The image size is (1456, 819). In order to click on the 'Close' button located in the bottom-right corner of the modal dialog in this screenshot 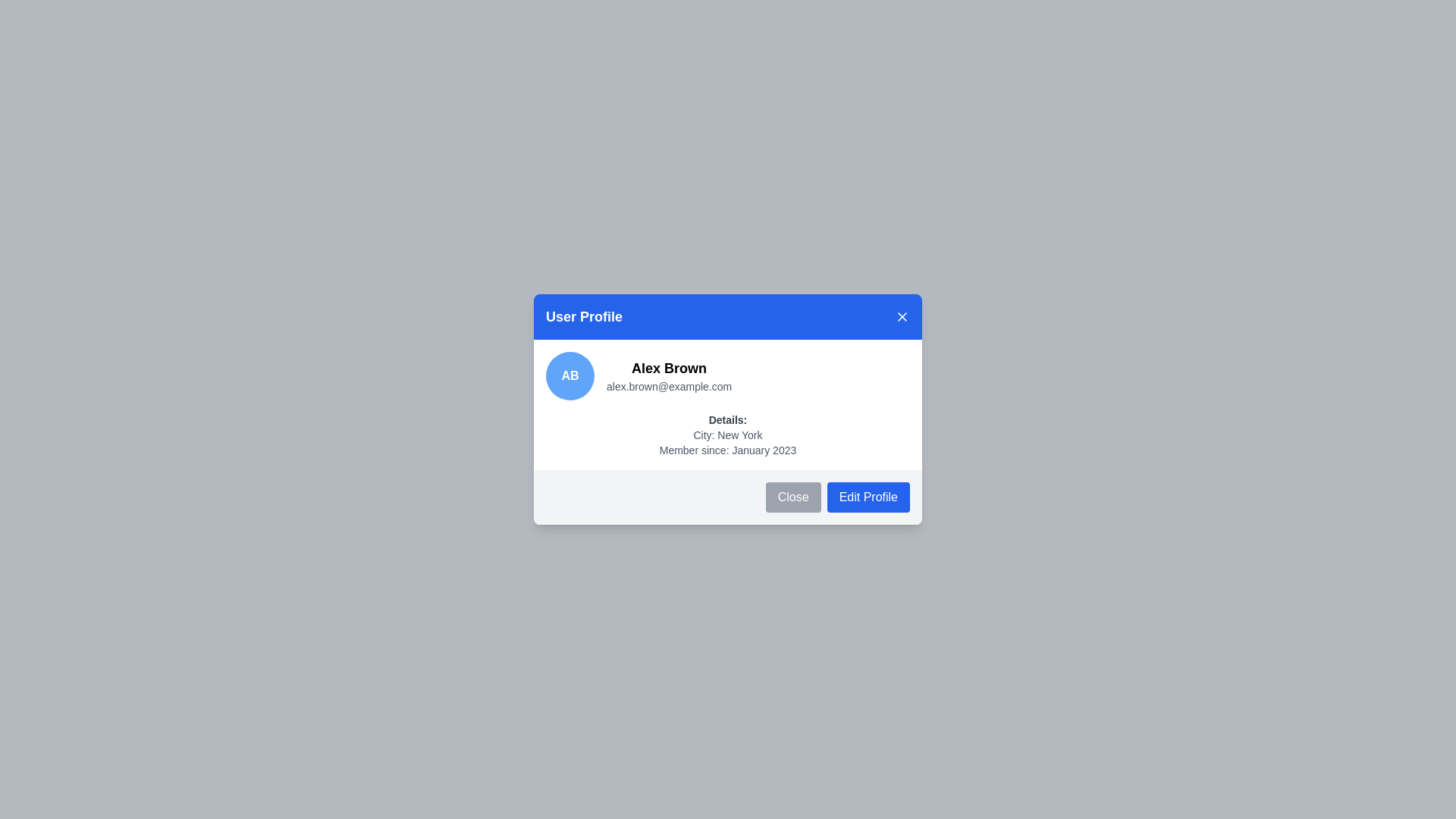, I will do `click(792, 497)`.